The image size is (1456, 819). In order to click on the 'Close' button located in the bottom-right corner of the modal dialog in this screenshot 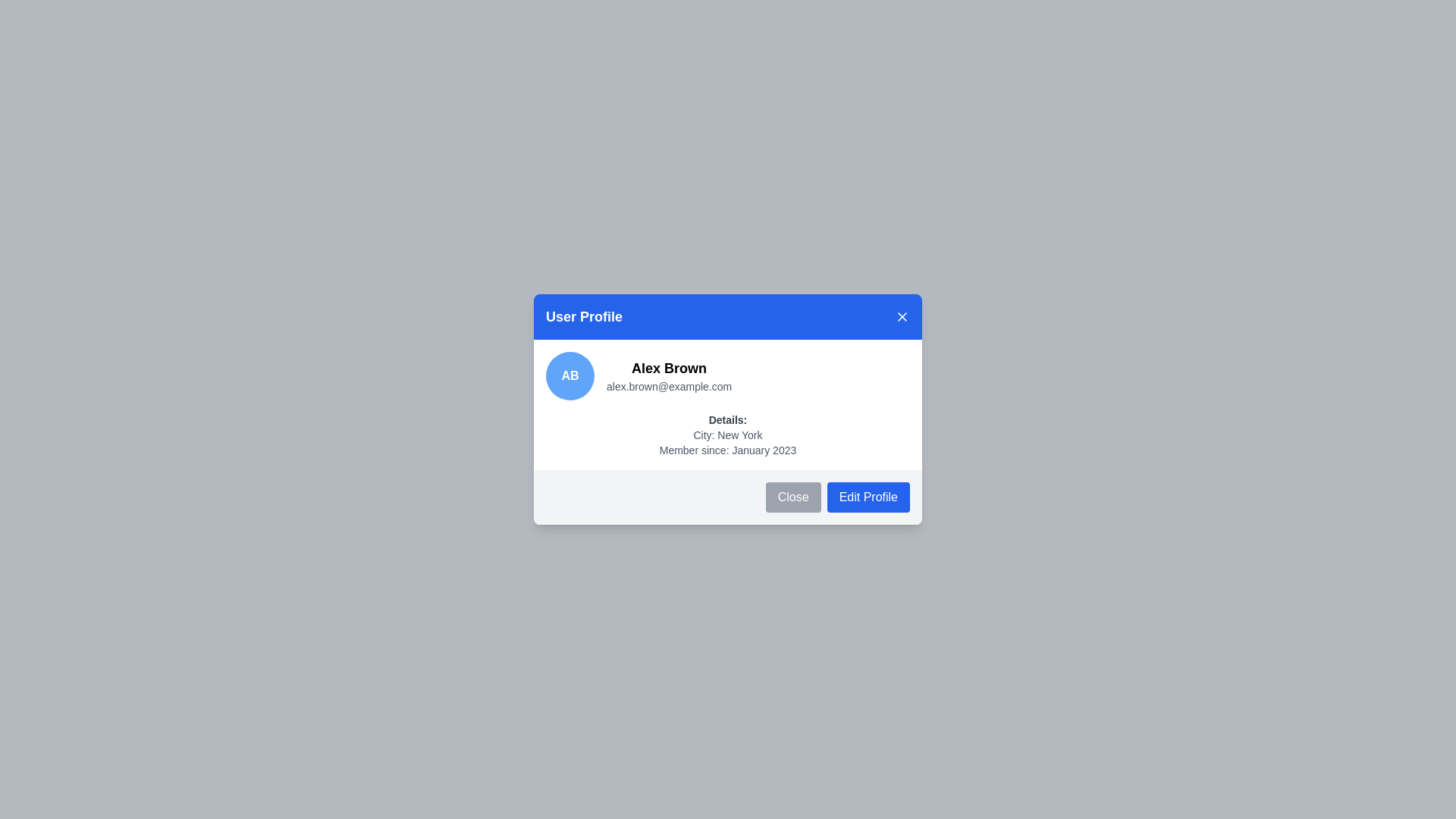, I will do `click(792, 497)`.